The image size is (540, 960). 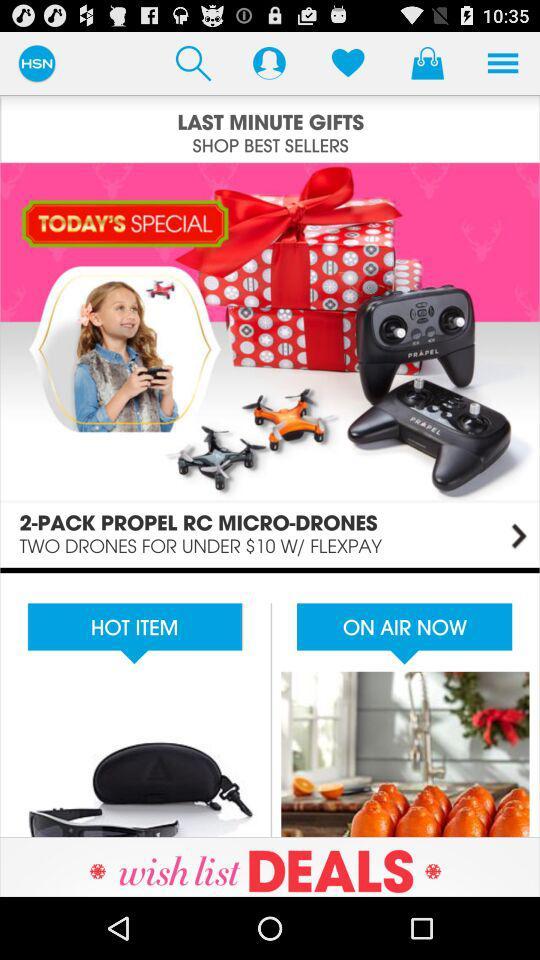 I want to click on to favorites, so click(x=347, y=62).